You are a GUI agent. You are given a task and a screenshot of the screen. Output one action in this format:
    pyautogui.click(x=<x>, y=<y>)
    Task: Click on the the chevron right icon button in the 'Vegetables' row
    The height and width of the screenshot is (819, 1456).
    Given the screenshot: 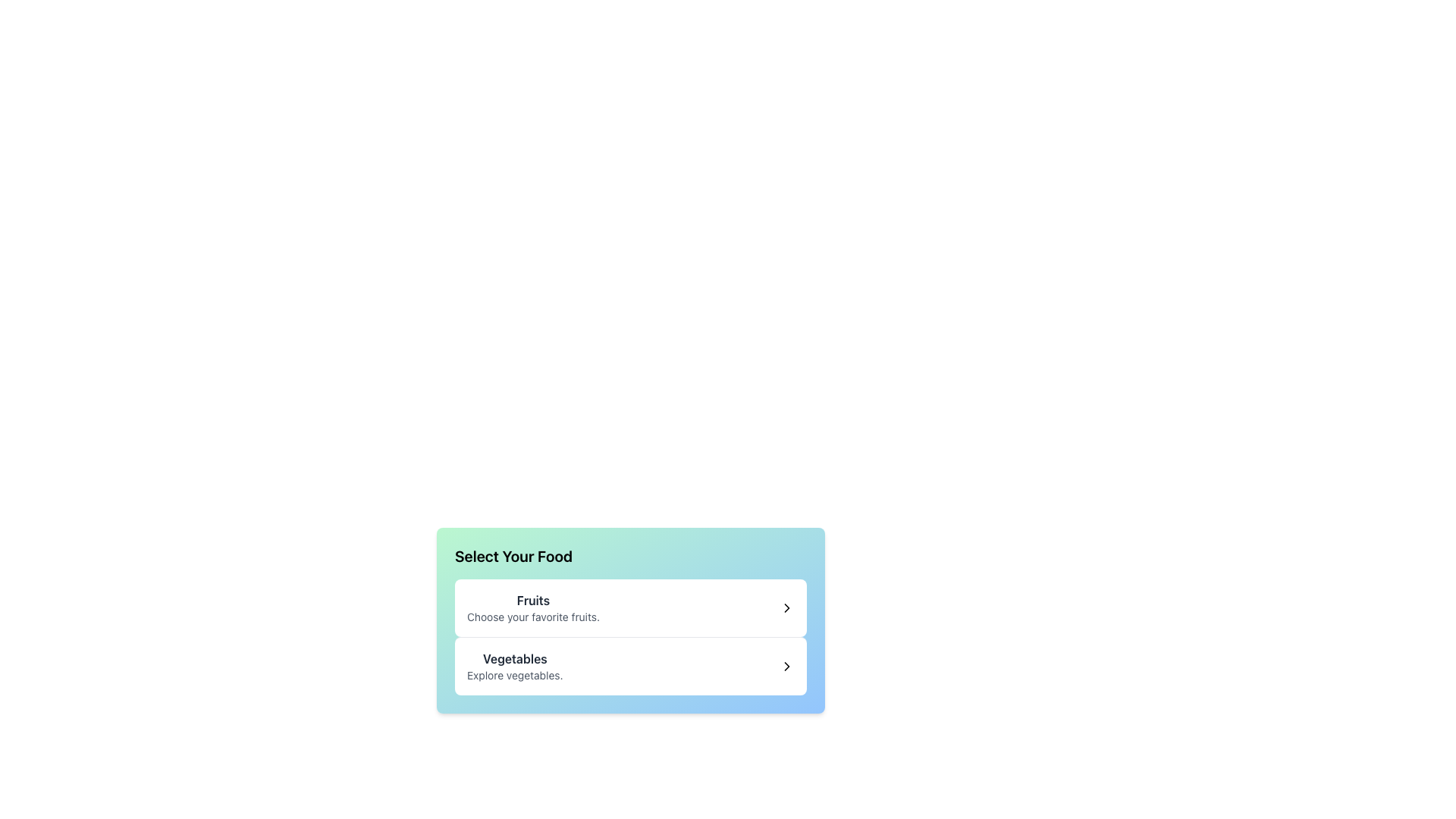 What is the action you would take?
    pyautogui.click(x=786, y=666)
    